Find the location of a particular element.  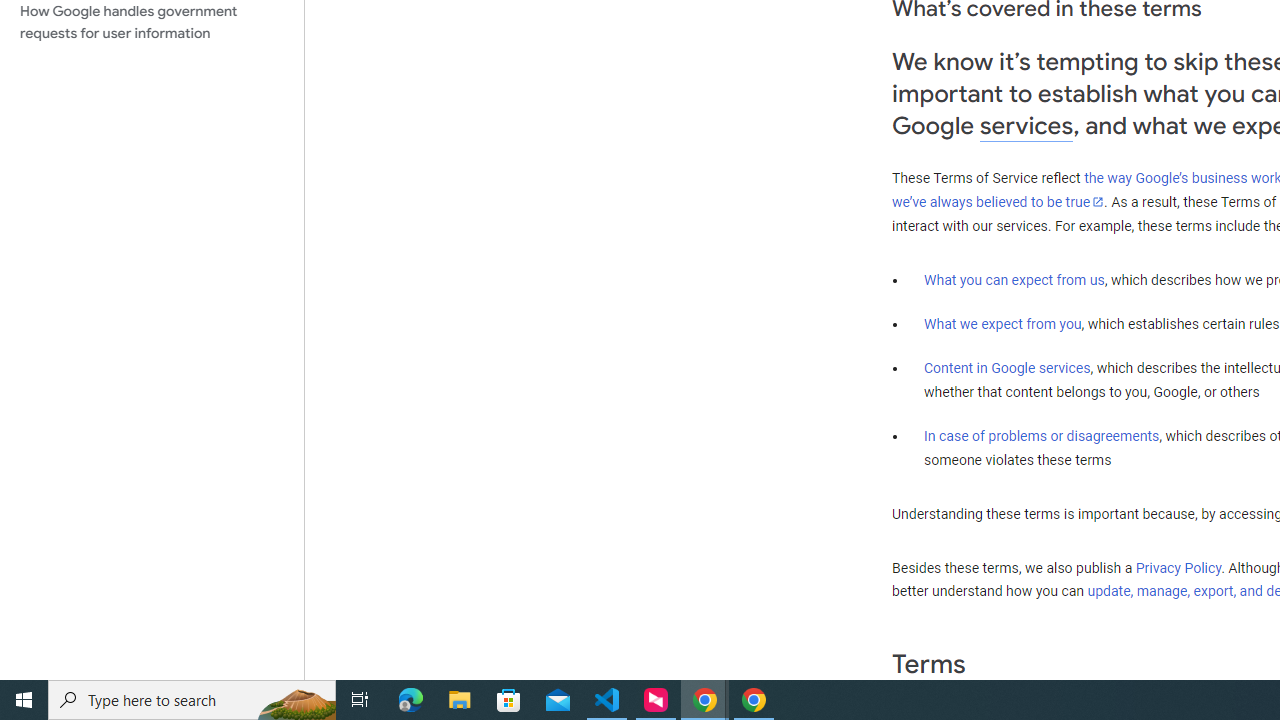

'What you can expect from us' is located at coordinates (1014, 279).